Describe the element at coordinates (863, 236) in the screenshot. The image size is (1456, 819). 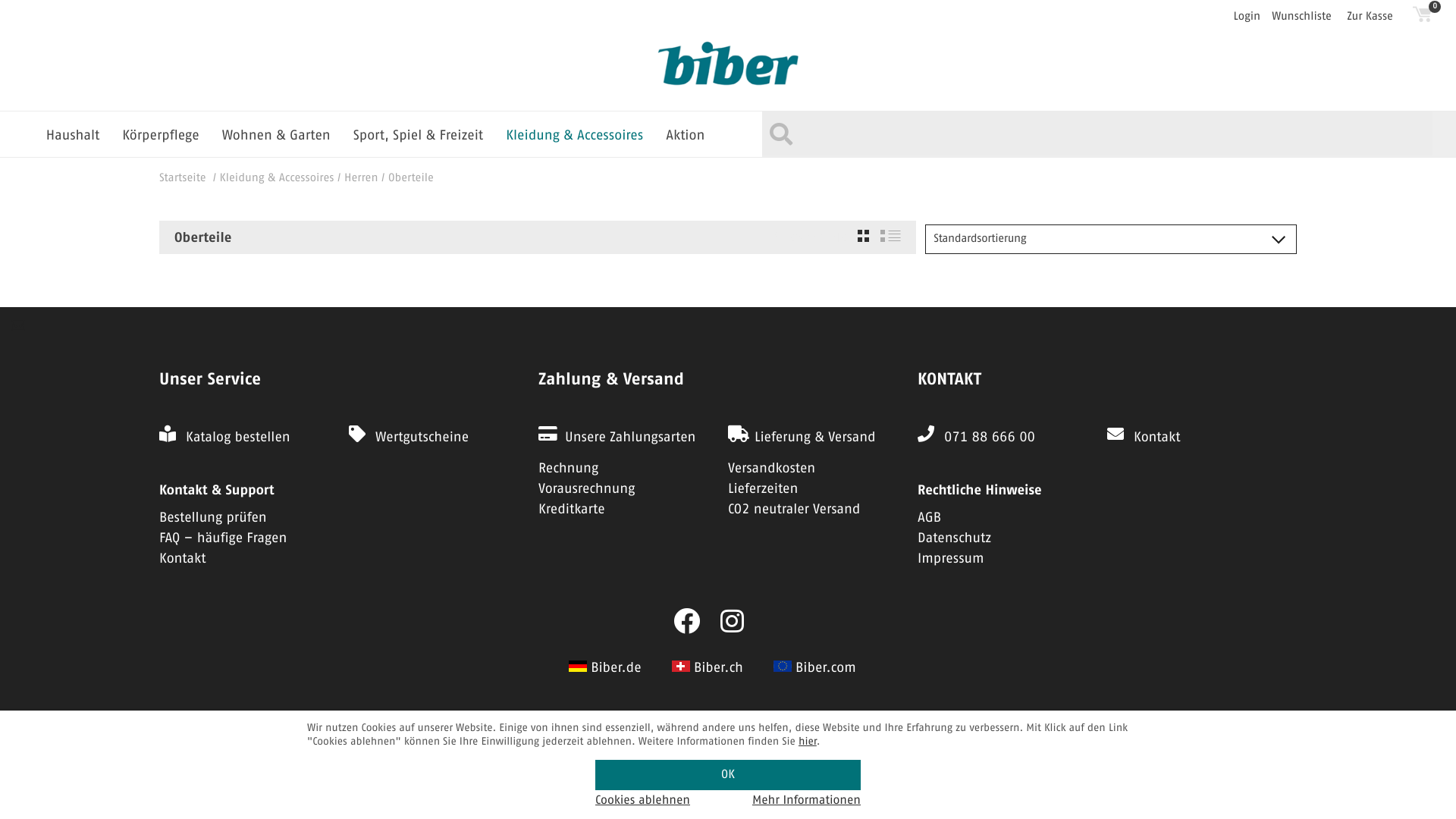
I see `'grid'` at that location.